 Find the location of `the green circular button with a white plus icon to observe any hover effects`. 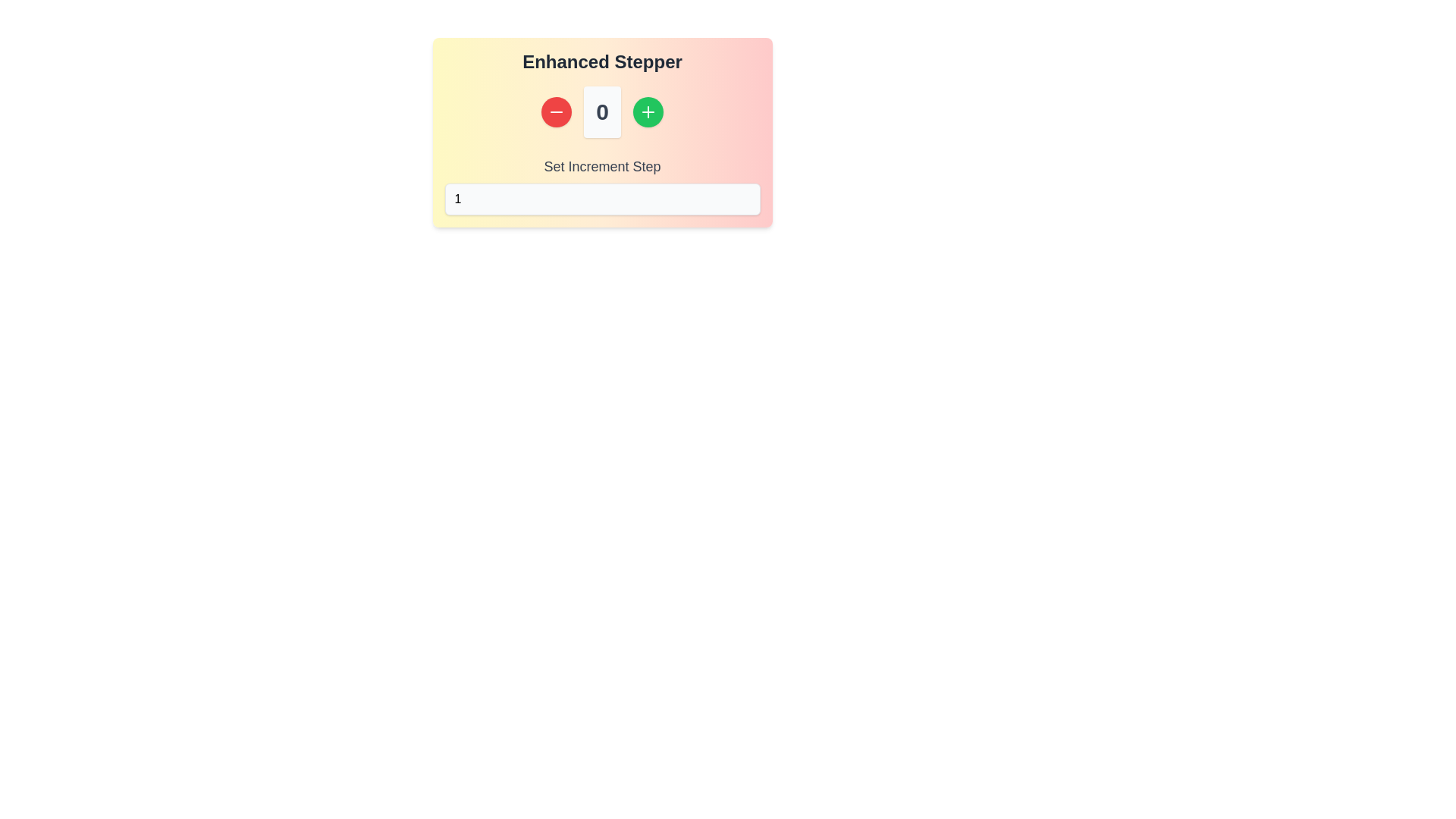

the green circular button with a white plus icon to observe any hover effects is located at coordinates (648, 111).